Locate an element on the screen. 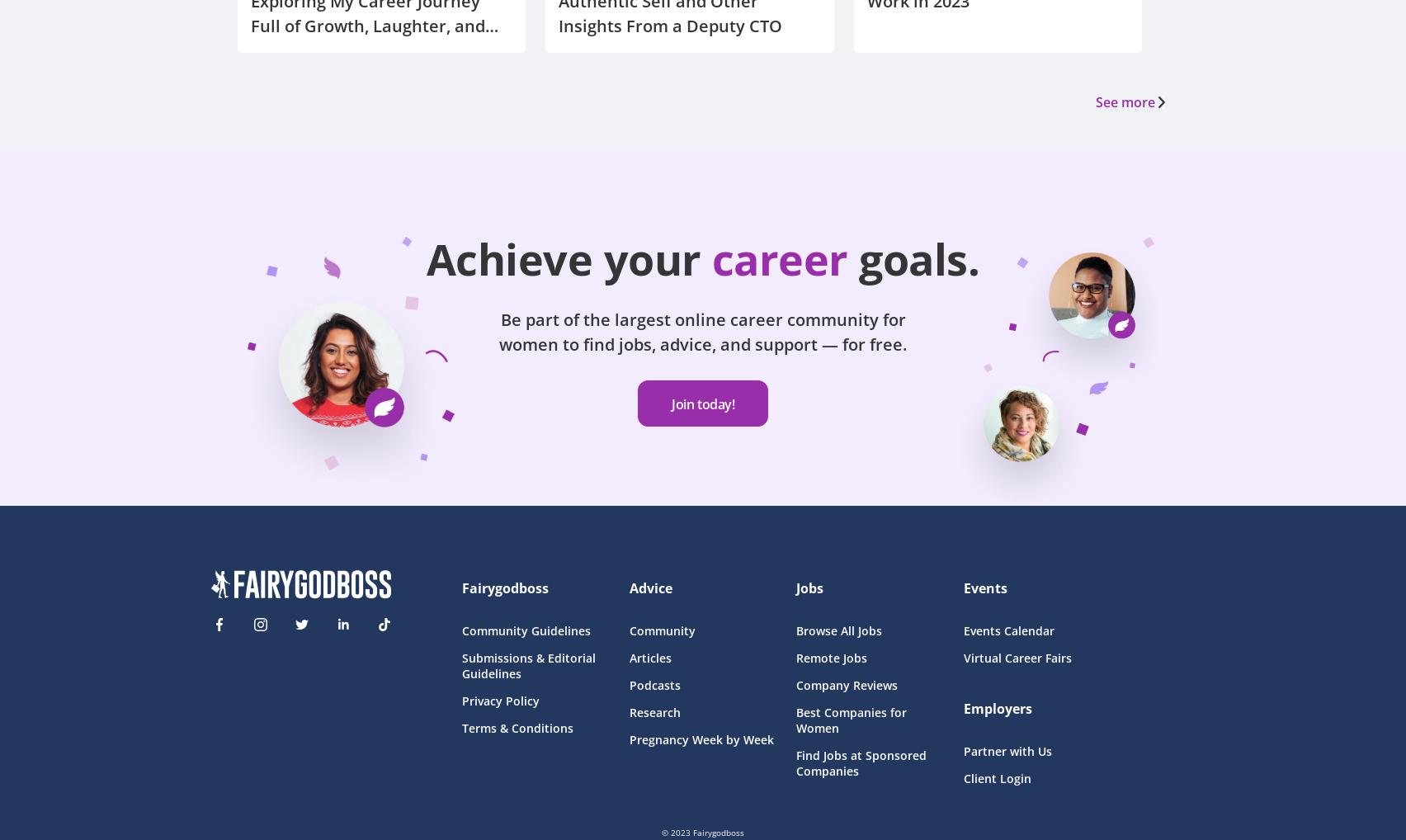 This screenshot has width=1406, height=840. 'Partner with Us' is located at coordinates (1006, 750).